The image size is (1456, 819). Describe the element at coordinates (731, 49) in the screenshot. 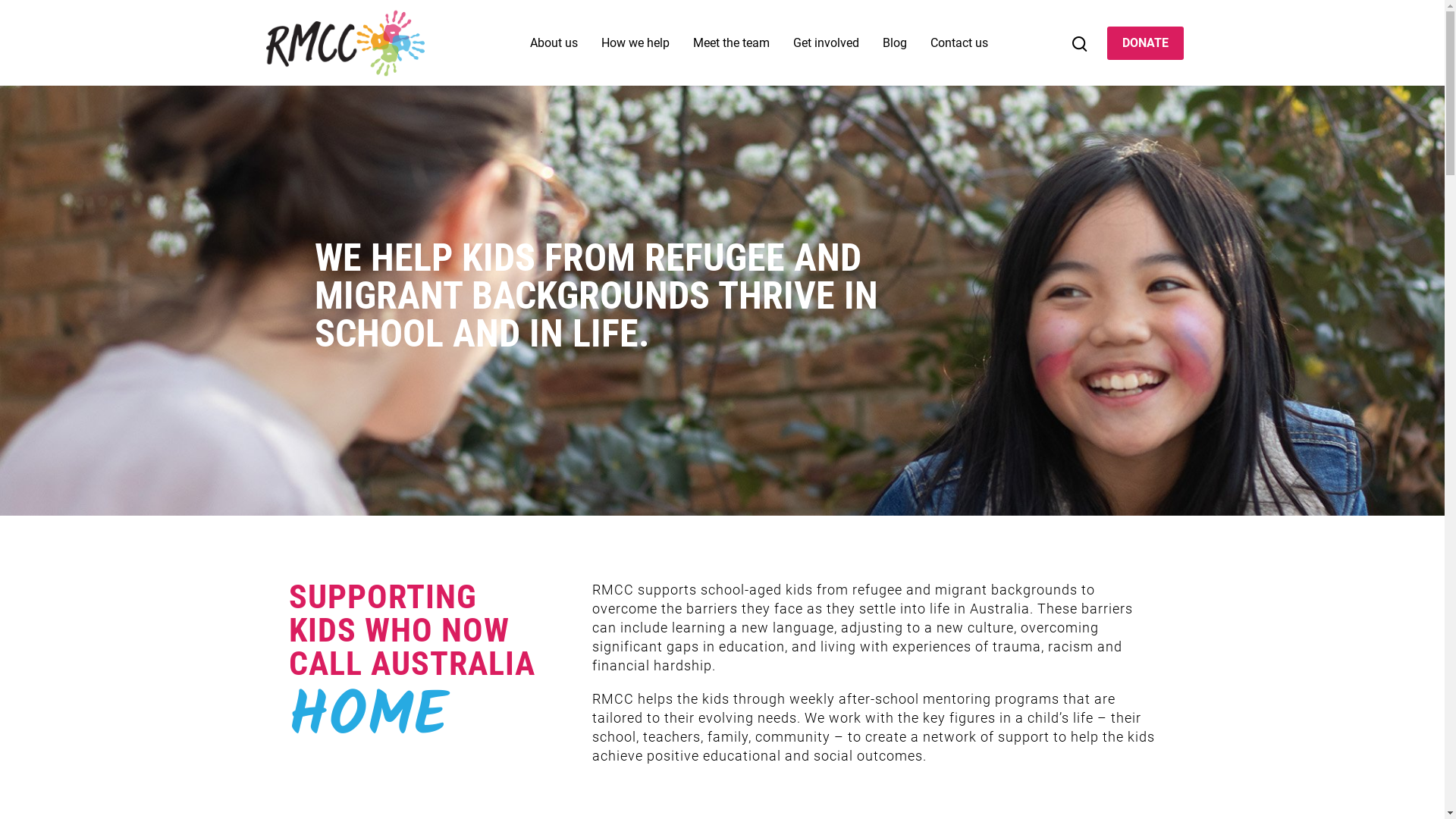

I see `'Meet the team'` at that location.